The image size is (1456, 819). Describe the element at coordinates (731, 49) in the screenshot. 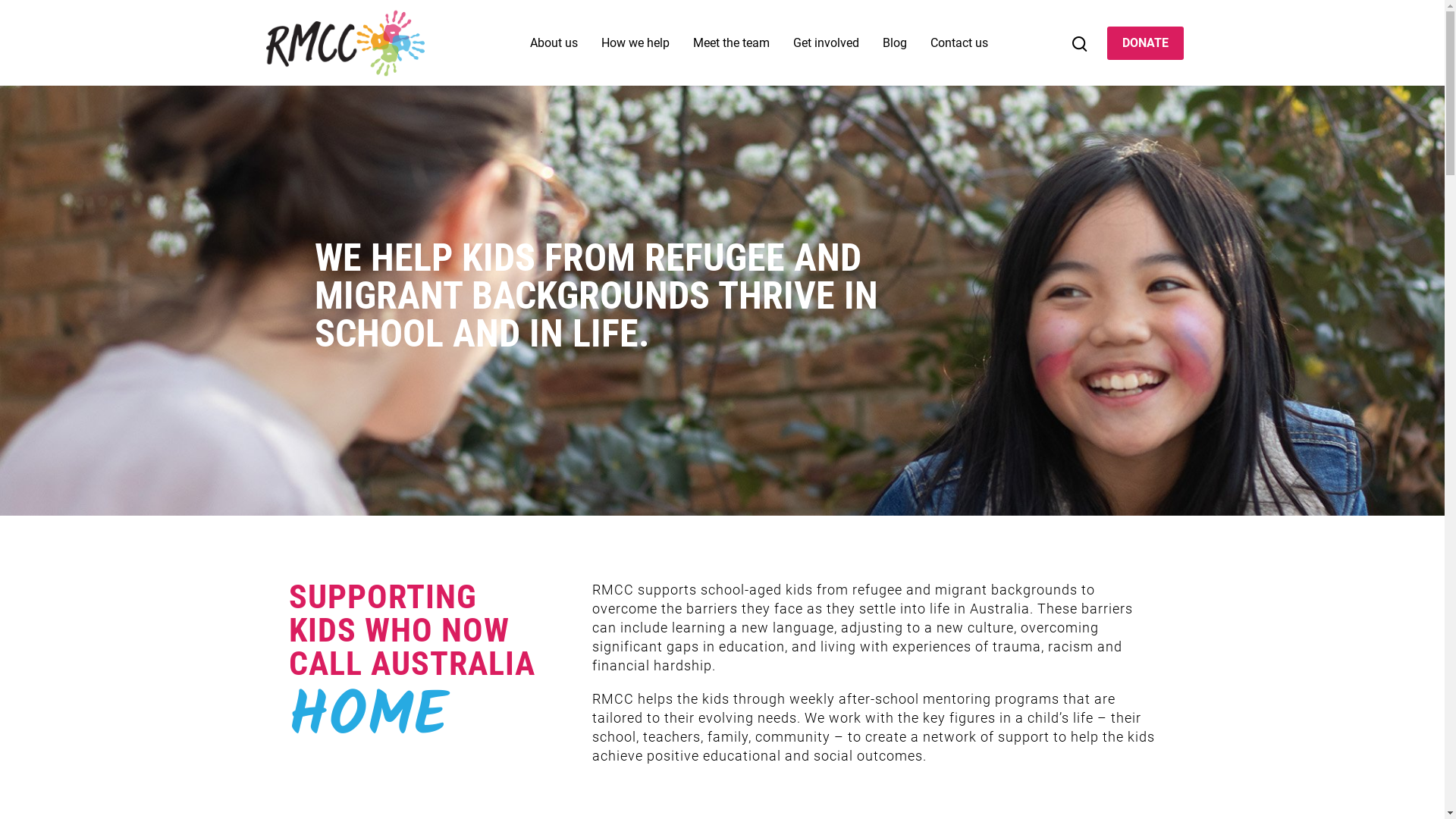

I see `'Meet the team'` at that location.